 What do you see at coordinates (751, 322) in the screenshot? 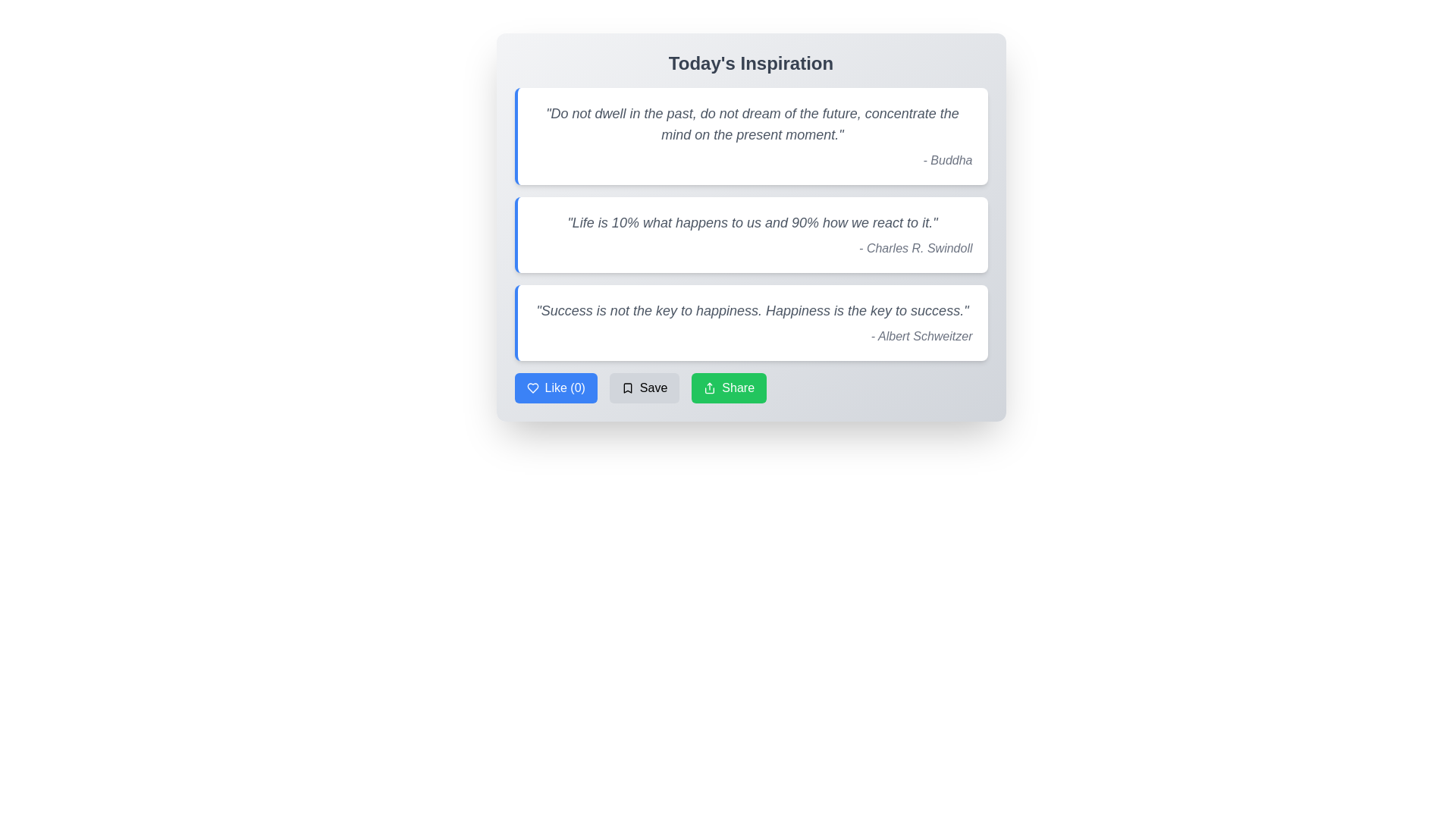
I see `the third quote box in the 'Today's Inspiration' section, which has a white background, rounded corners, and a blue left border` at bounding box center [751, 322].